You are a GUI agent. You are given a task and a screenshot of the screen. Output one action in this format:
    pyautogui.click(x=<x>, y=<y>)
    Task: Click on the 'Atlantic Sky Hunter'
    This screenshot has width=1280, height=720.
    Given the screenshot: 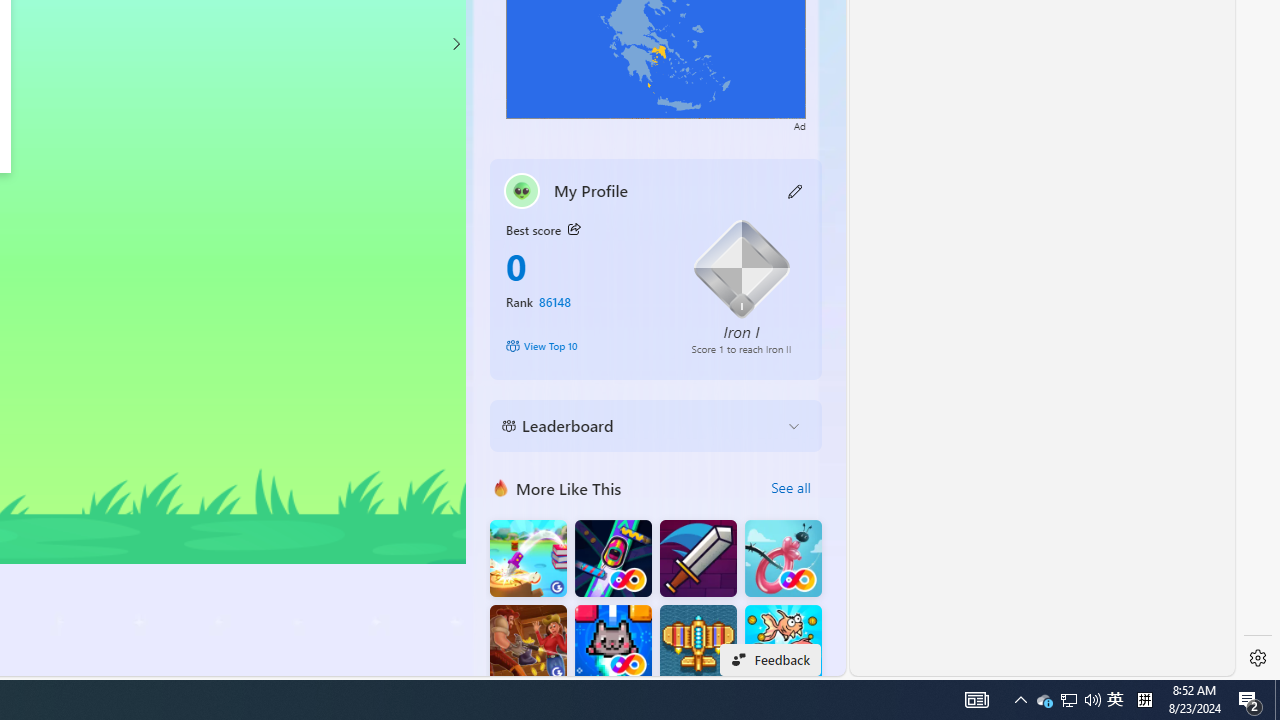 What is the action you would take?
    pyautogui.click(x=698, y=643)
    